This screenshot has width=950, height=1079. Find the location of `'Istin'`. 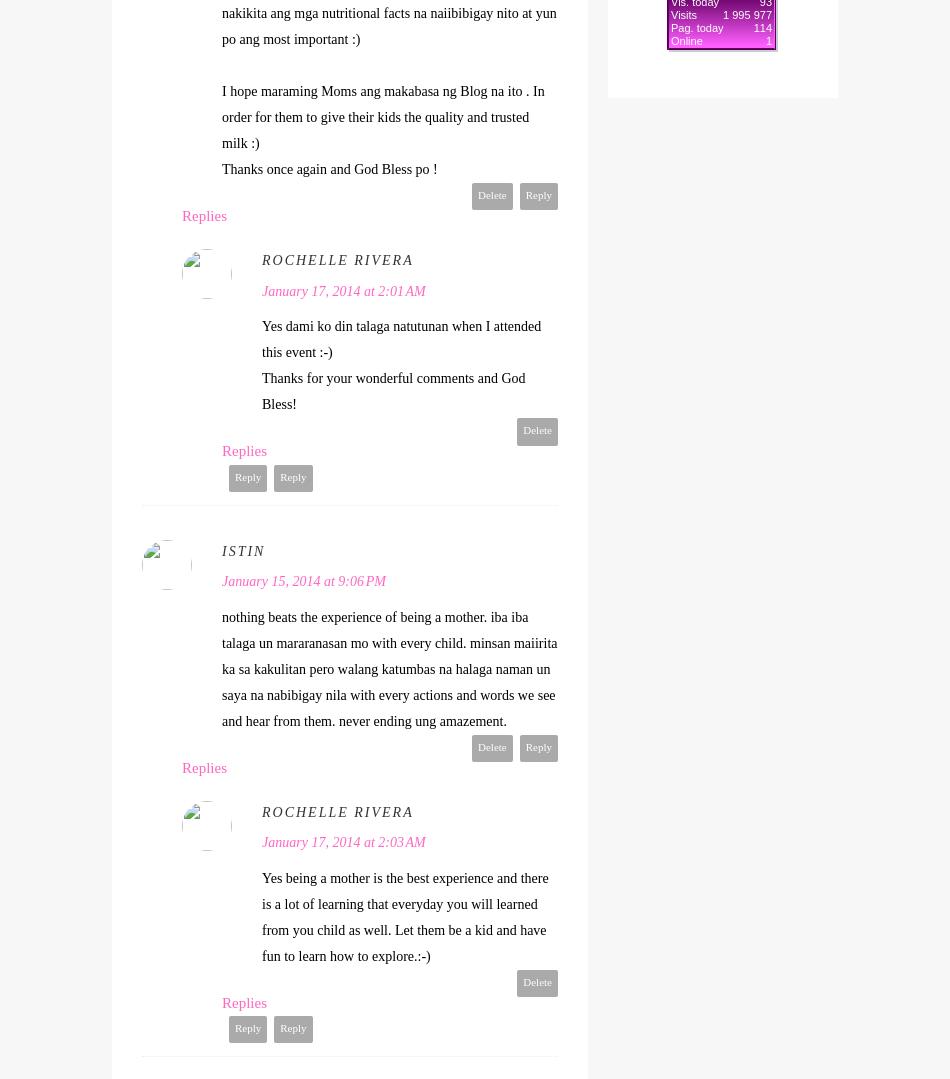

'Istin' is located at coordinates (242, 549).